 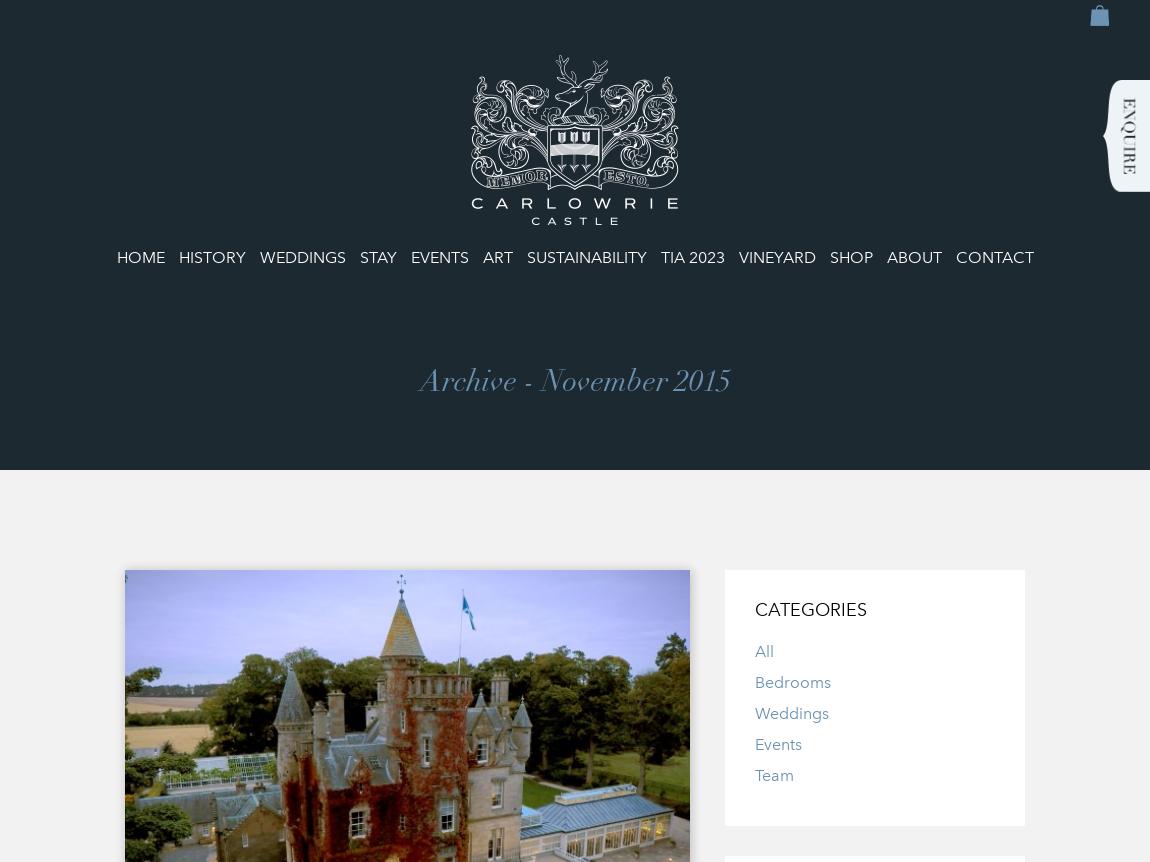 I want to click on 'Sustainability', so click(x=526, y=256).